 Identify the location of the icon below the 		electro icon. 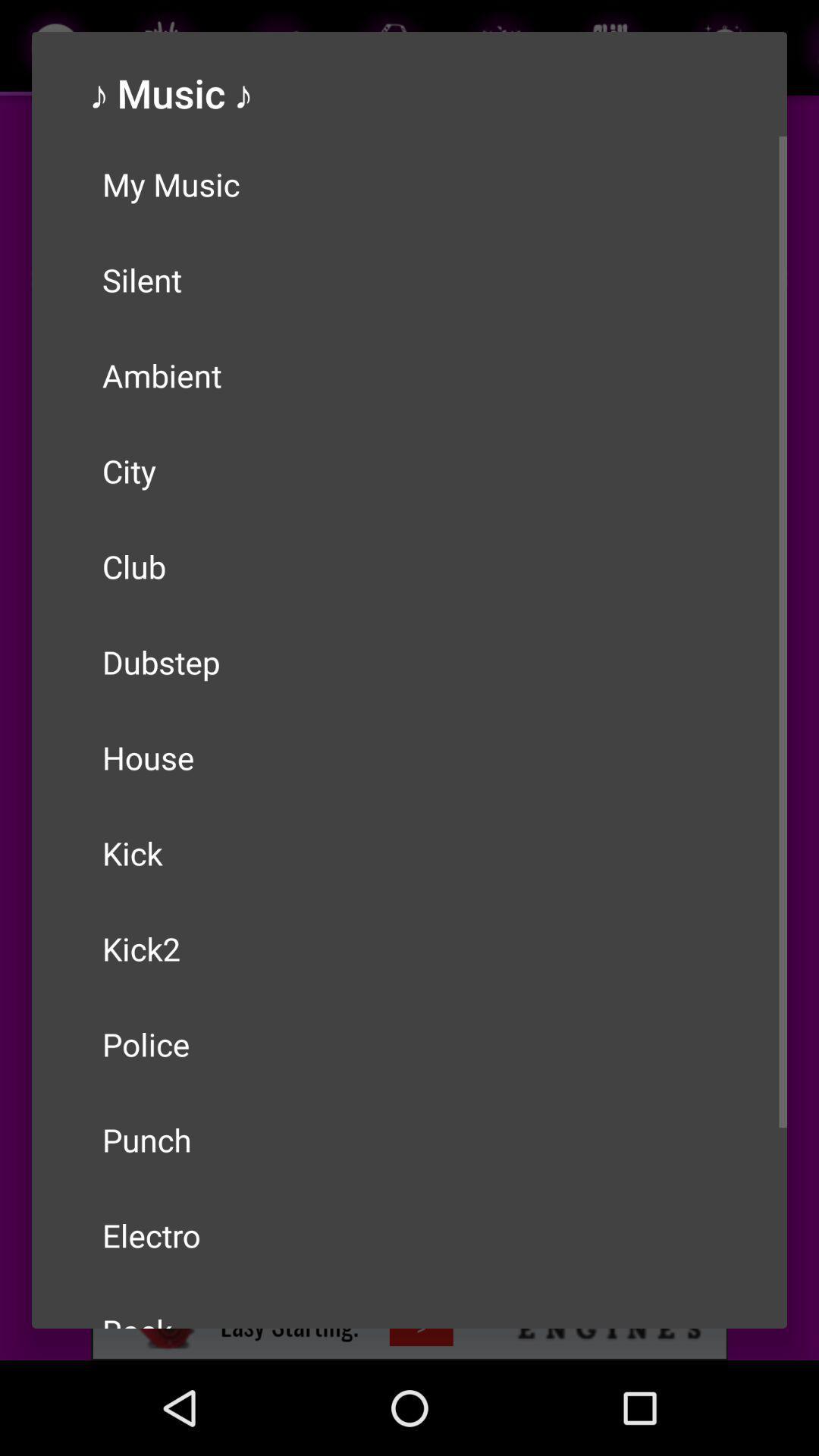
(409, 1305).